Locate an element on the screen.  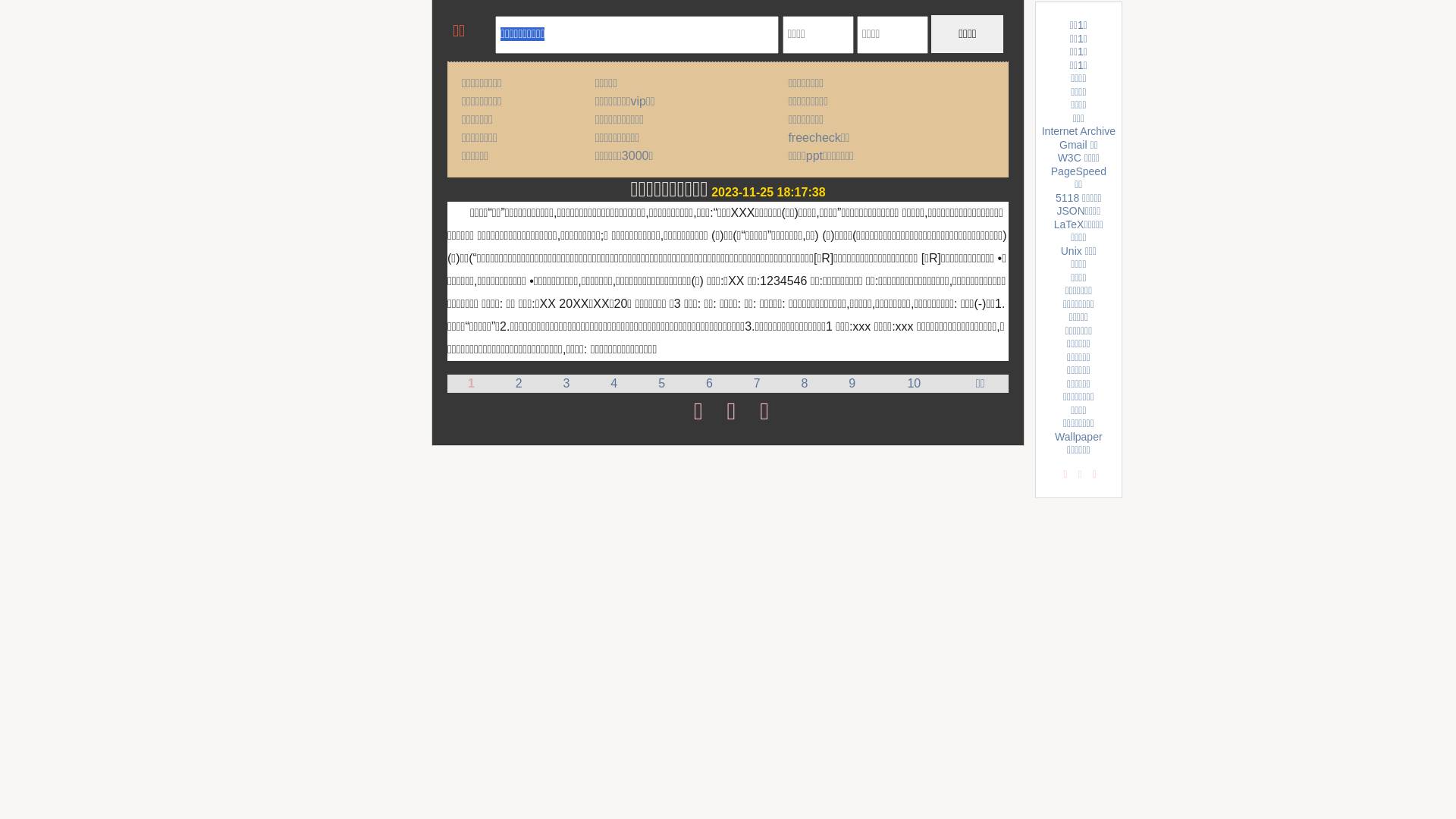
'2' is located at coordinates (519, 382).